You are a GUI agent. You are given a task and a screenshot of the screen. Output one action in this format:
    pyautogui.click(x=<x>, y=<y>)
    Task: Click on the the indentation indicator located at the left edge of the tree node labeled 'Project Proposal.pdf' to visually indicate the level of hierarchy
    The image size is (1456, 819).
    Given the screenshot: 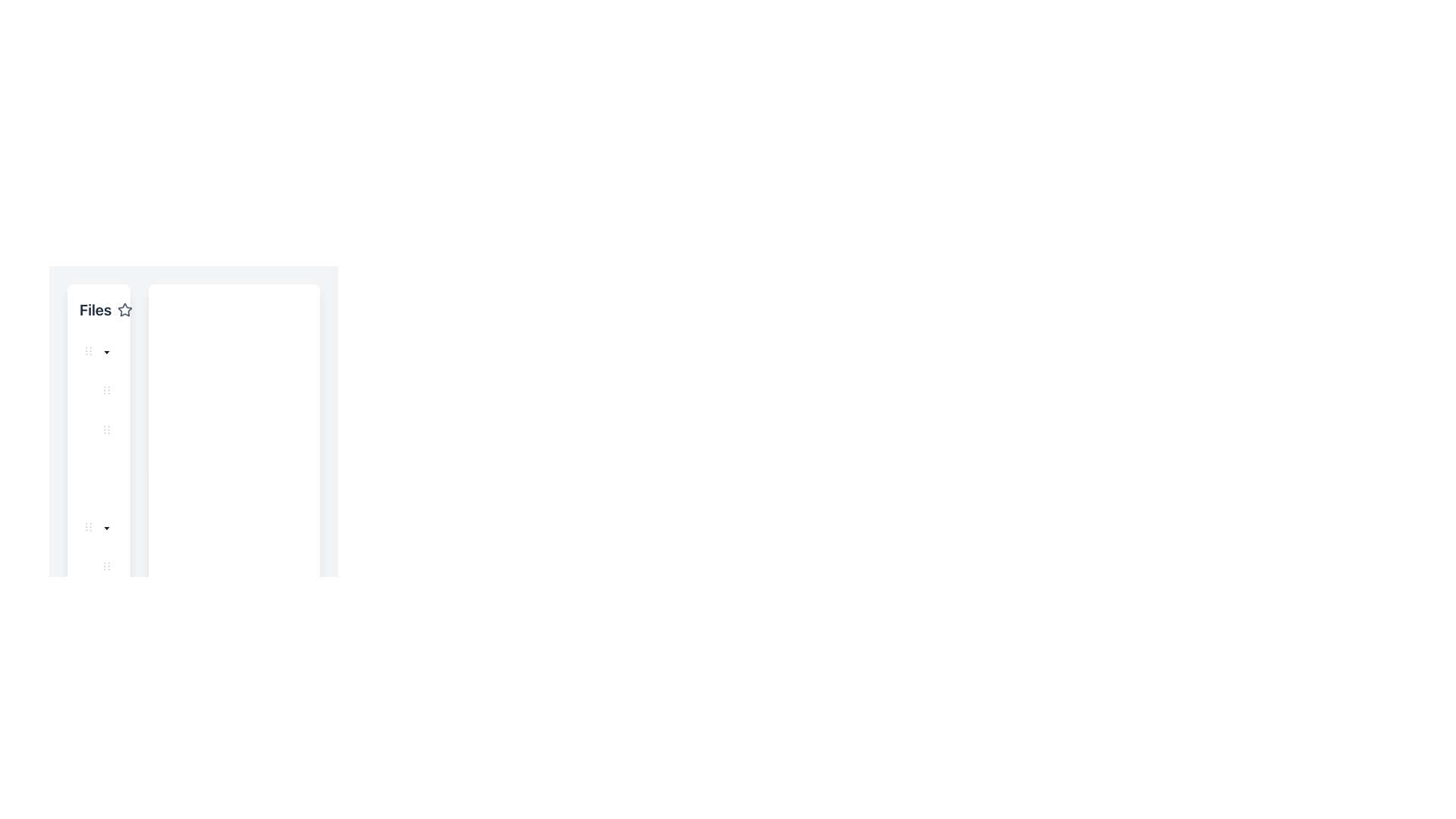 What is the action you would take?
    pyautogui.click(x=87, y=399)
    